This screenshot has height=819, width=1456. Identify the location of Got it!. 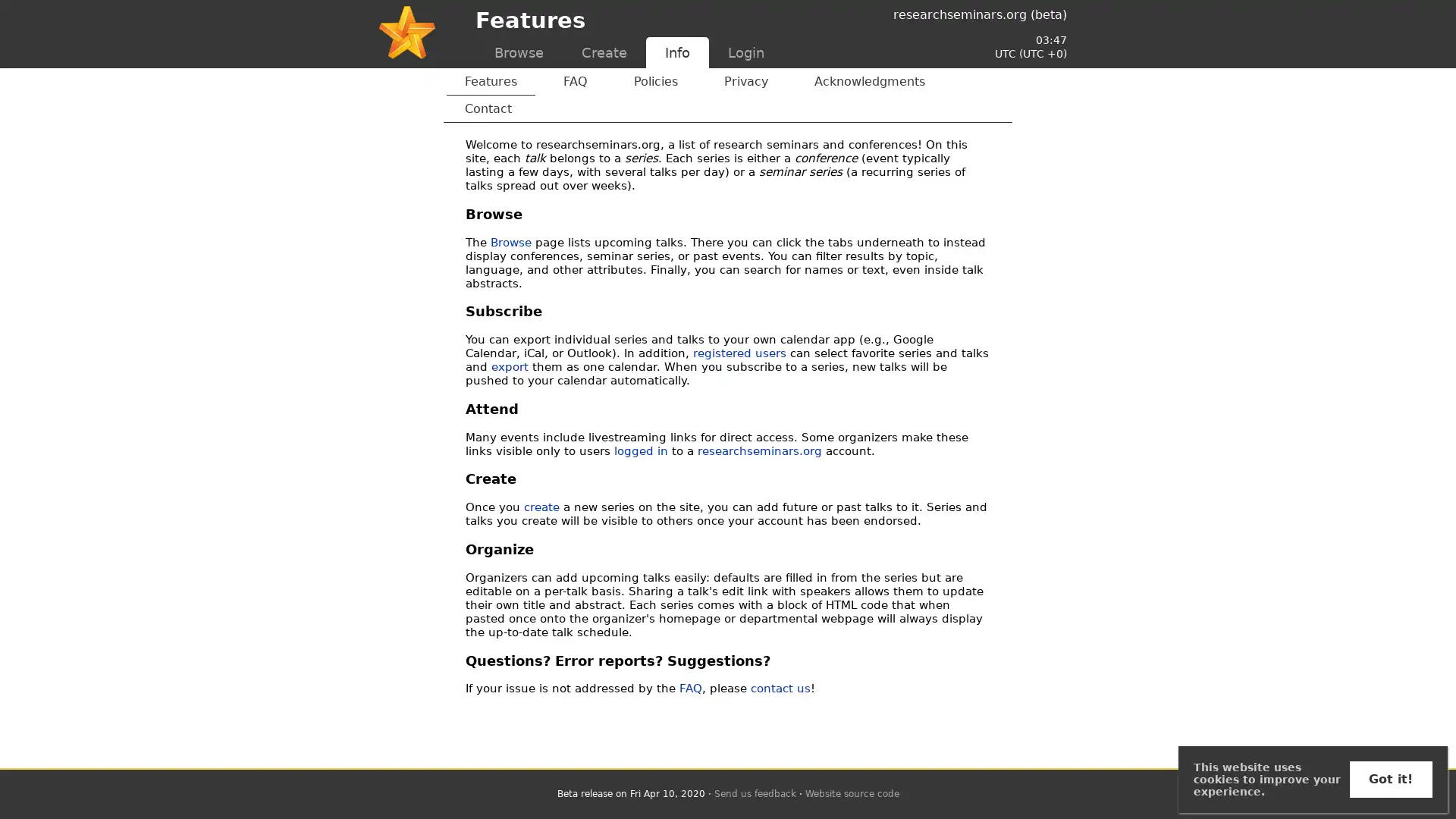
(1390, 780).